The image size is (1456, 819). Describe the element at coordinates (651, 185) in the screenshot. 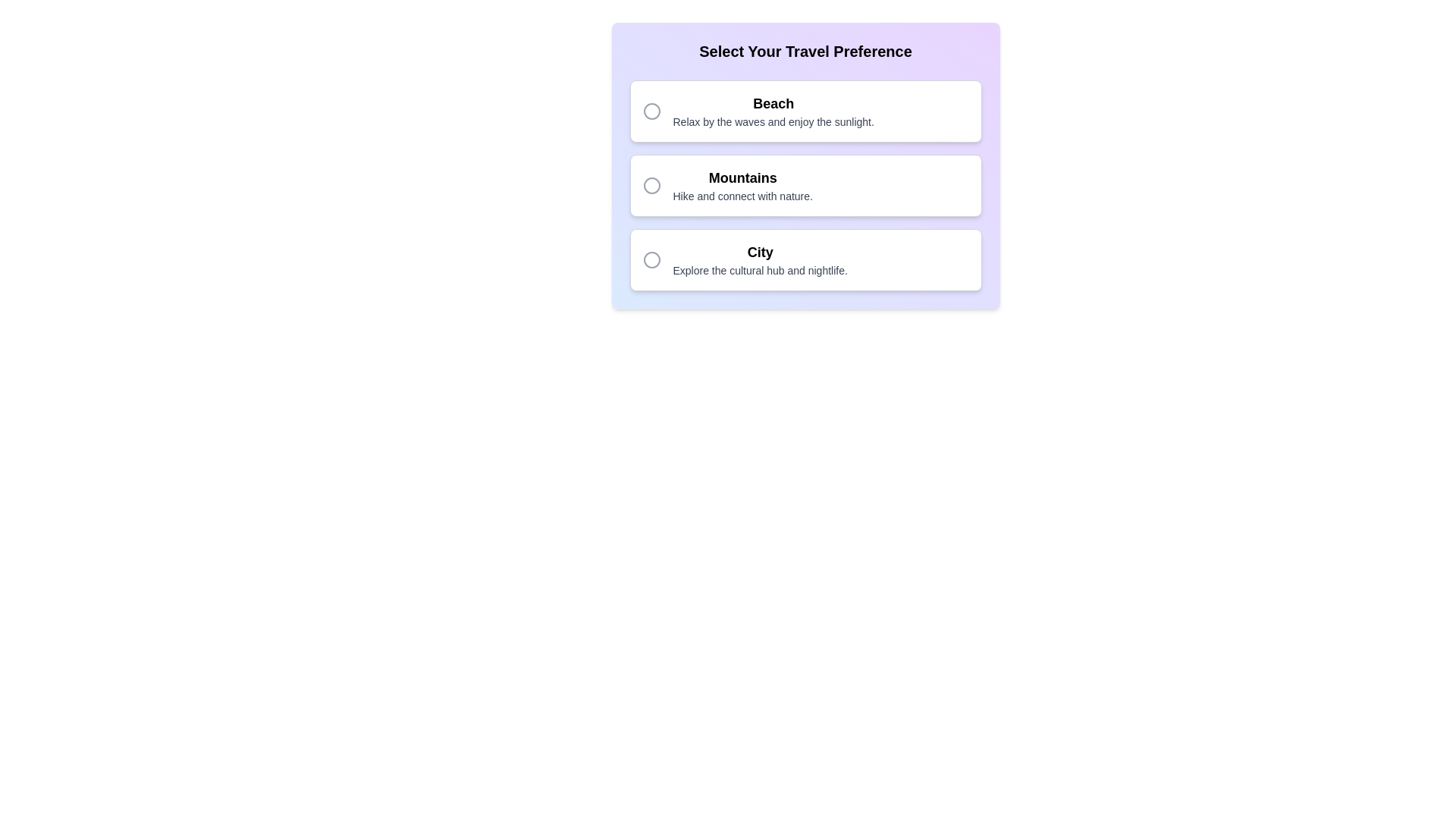

I see `the circular gray icon located to the left of the 'Mountains' text within the card titled 'Mountains'` at that location.